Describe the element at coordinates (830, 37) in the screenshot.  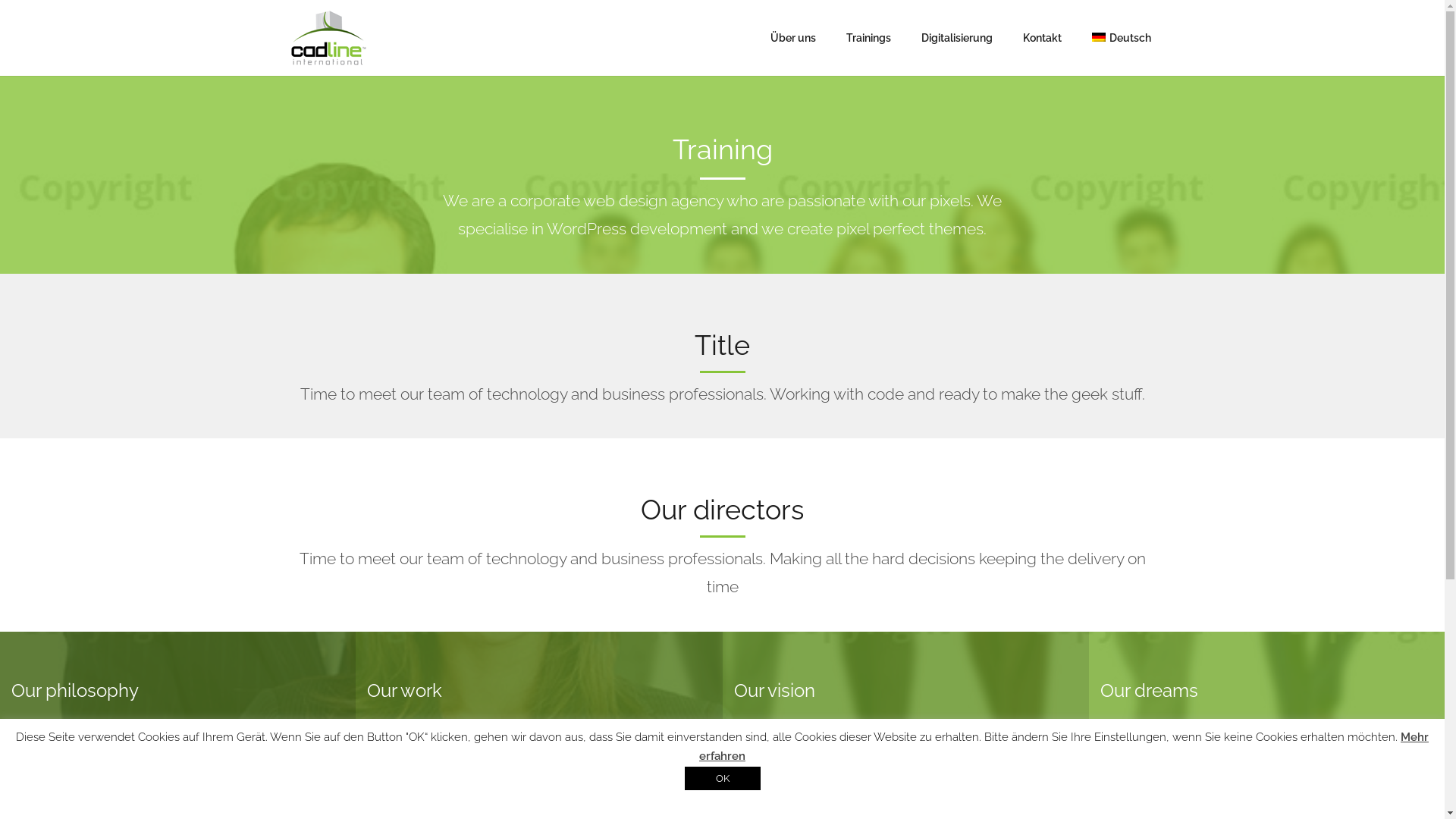
I see `'Trainings'` at that location.